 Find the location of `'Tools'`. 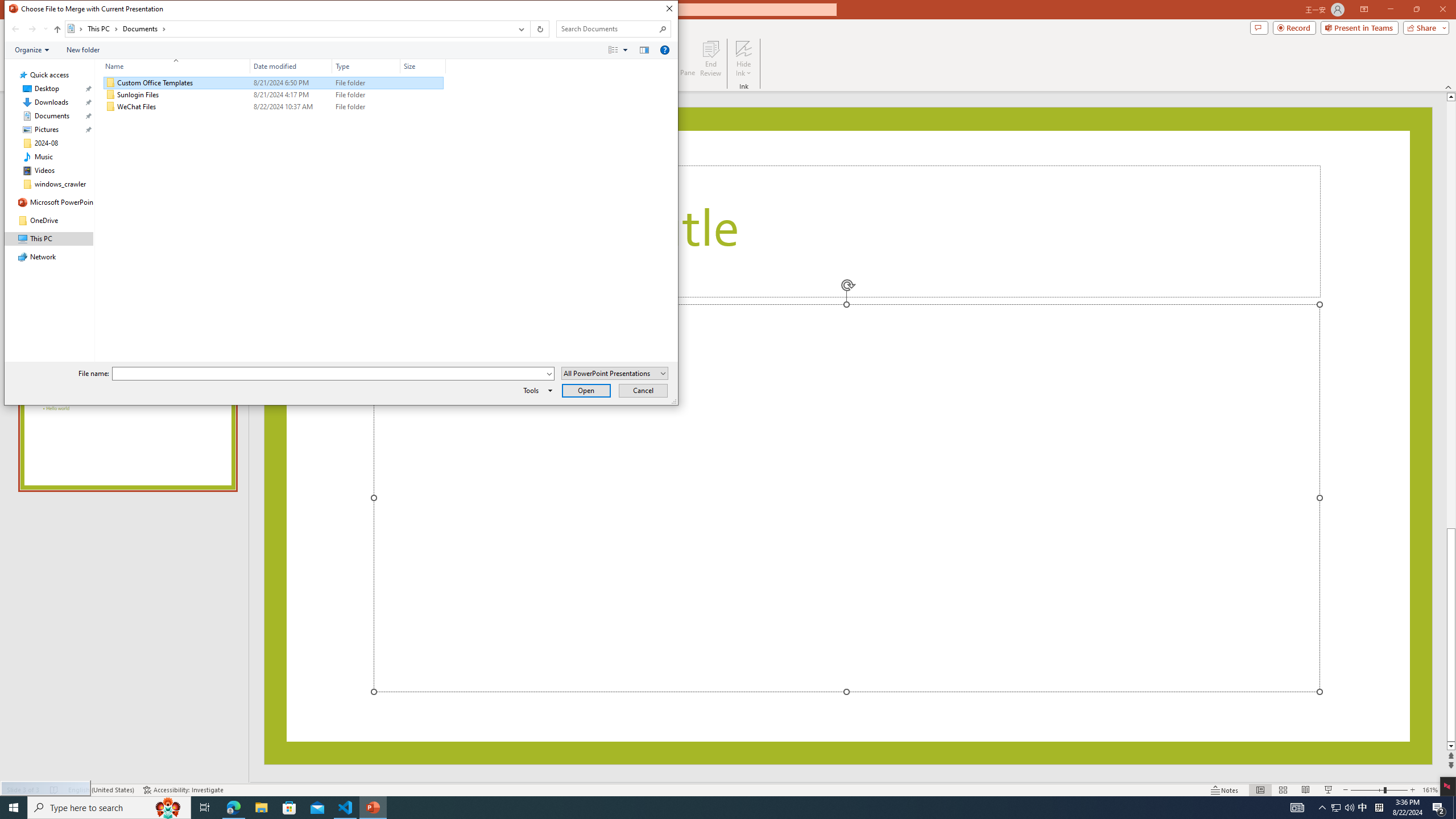

'Tools' is located at coordinates (535, 390).